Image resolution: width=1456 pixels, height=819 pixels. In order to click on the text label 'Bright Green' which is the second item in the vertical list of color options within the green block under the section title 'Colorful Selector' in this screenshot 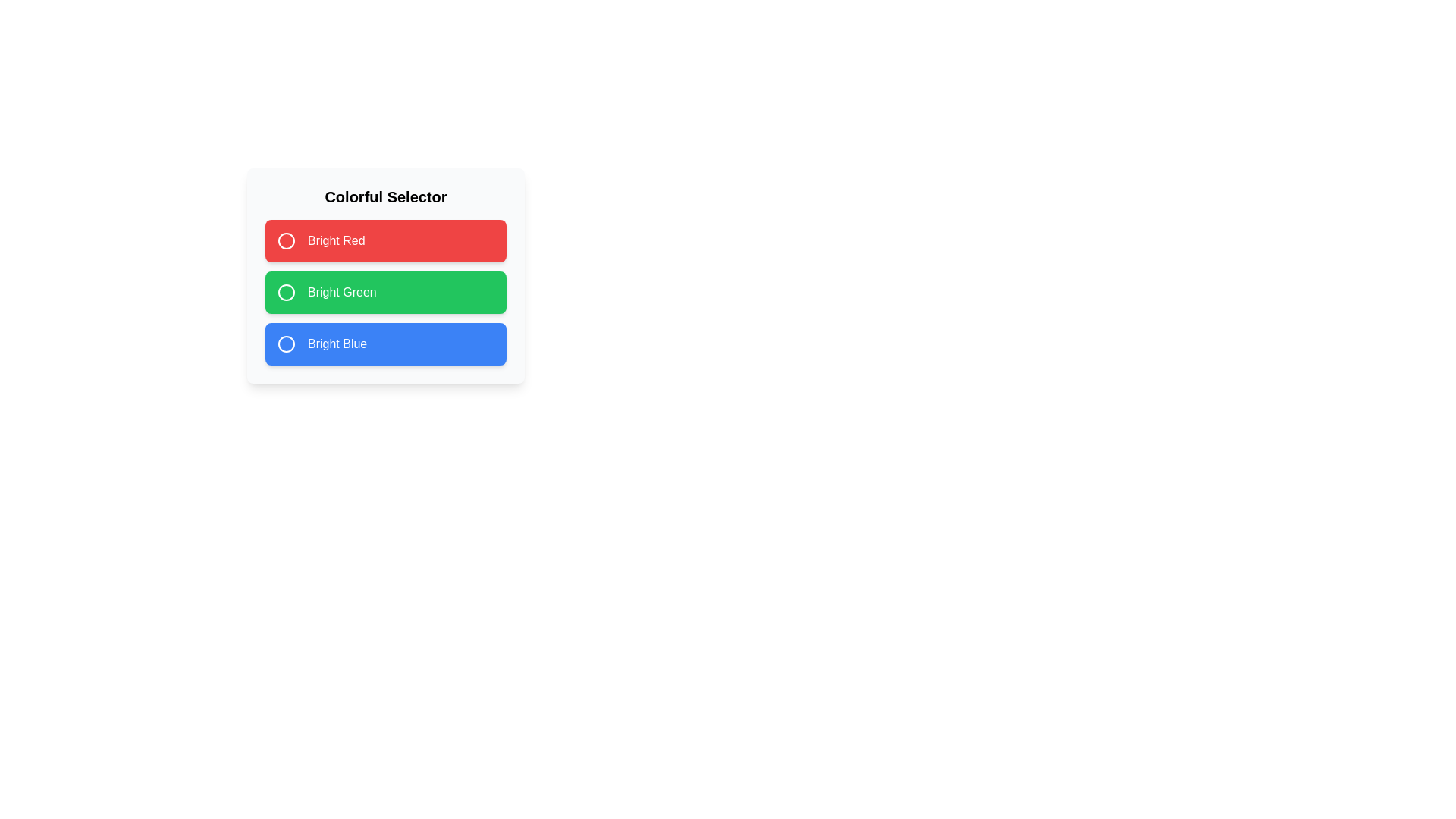, I will do `click(341, 292)`.